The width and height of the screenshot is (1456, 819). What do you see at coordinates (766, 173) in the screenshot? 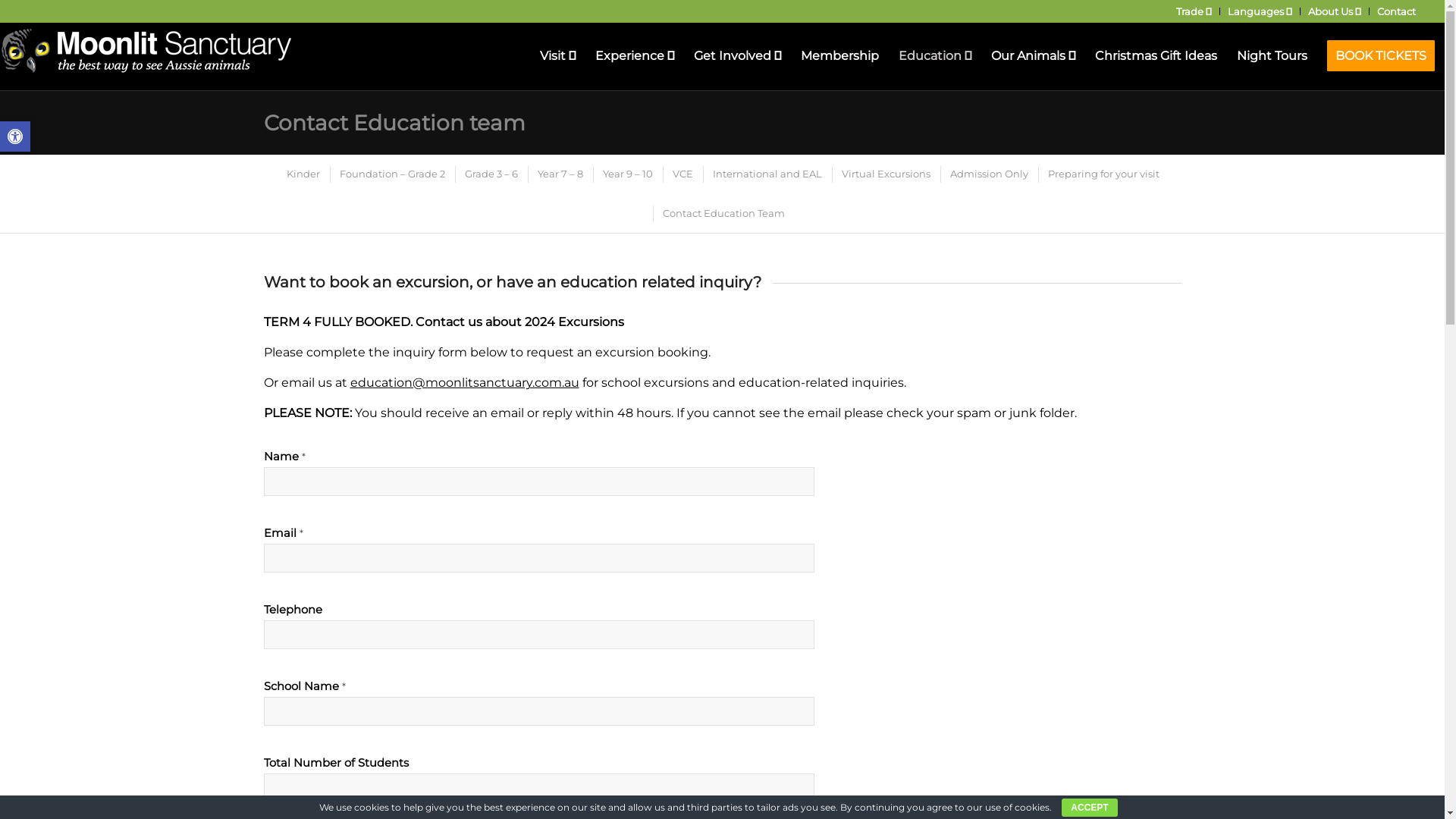
I see `'International and EAL'` at bounding box center [766, 173].